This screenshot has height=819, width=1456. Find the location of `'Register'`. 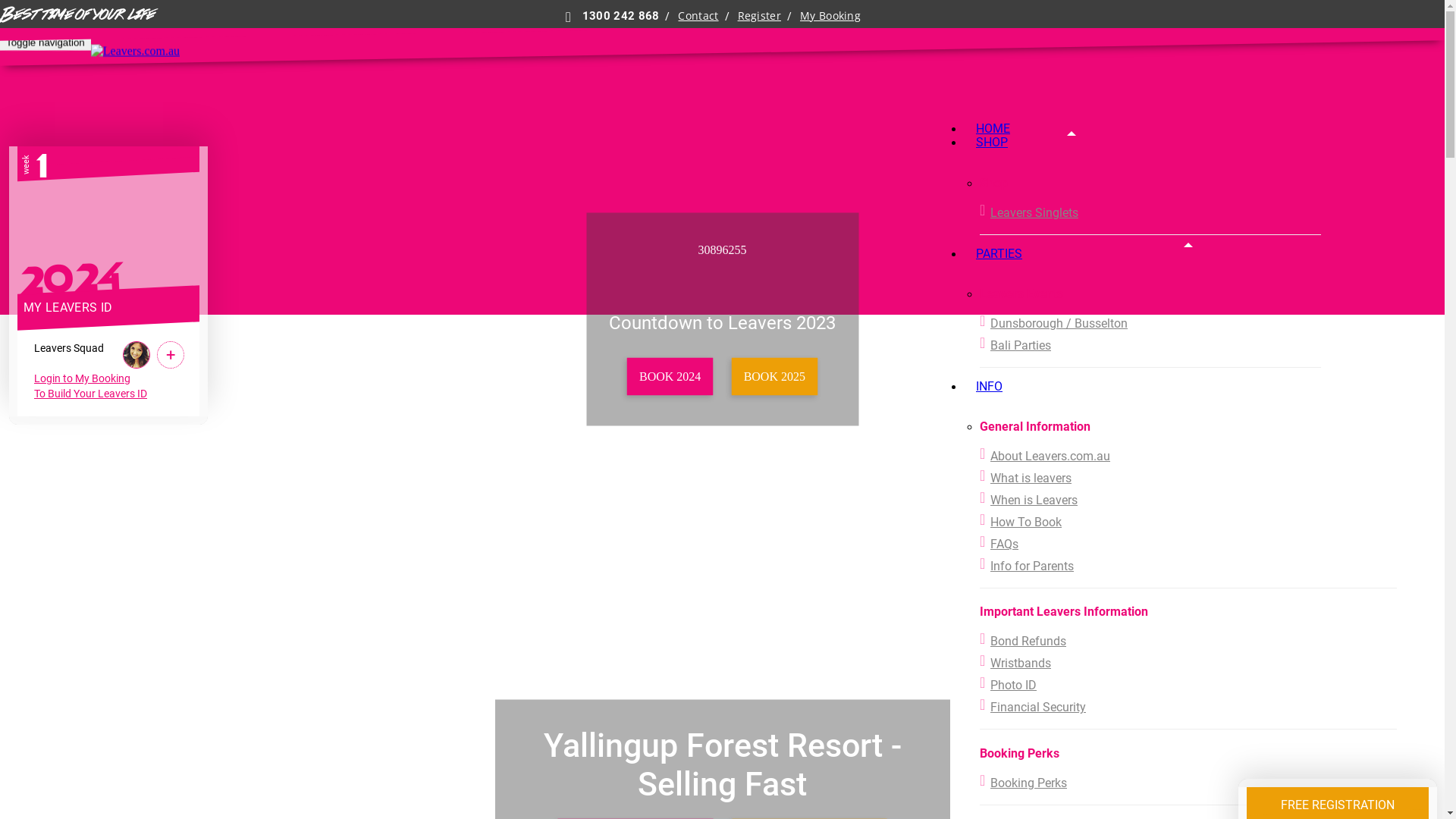

'Register' is located at coordinates (738, 15).